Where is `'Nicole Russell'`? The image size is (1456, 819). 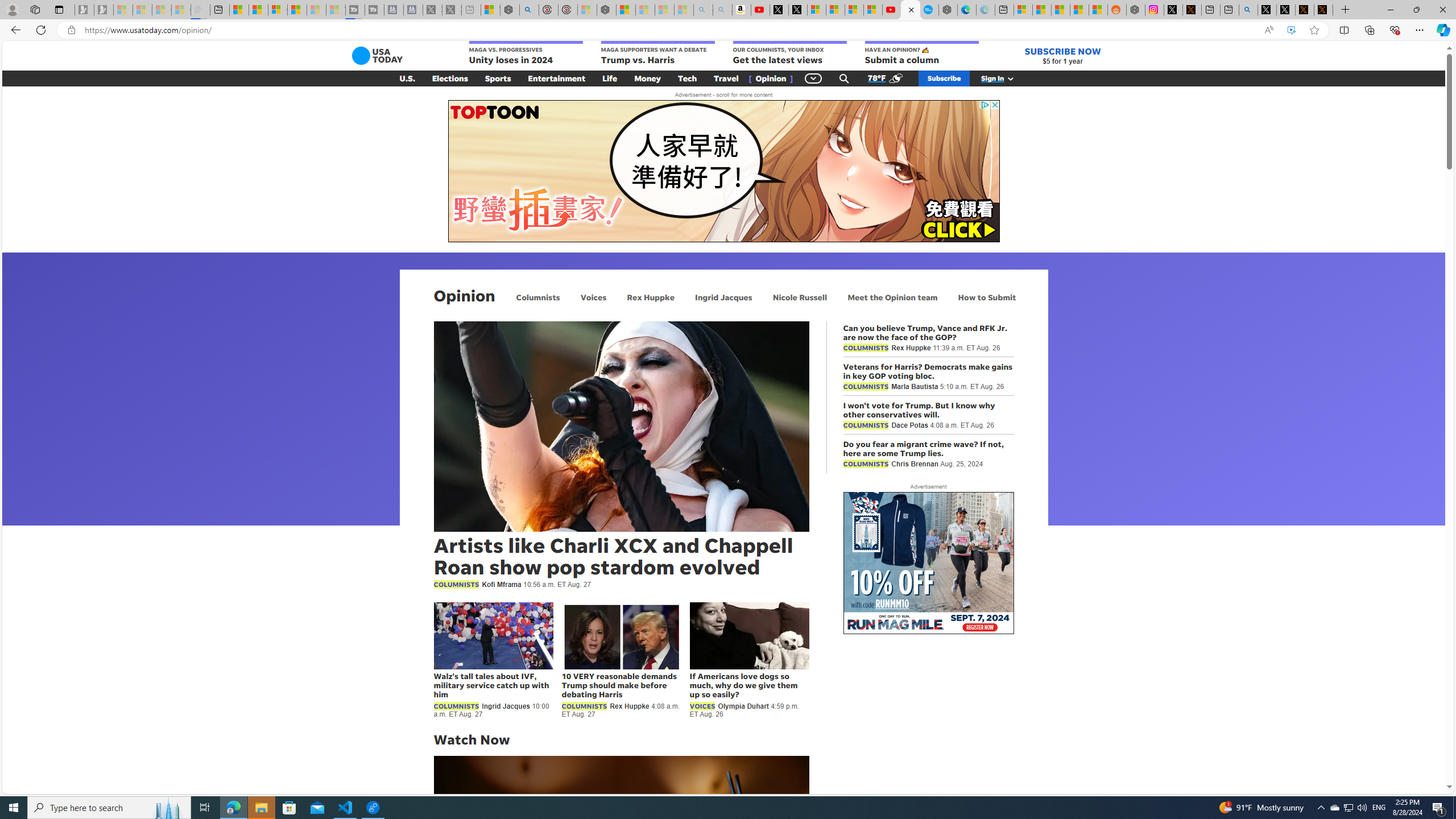
'Nicole Russell' is located at coordinates (800, 296).